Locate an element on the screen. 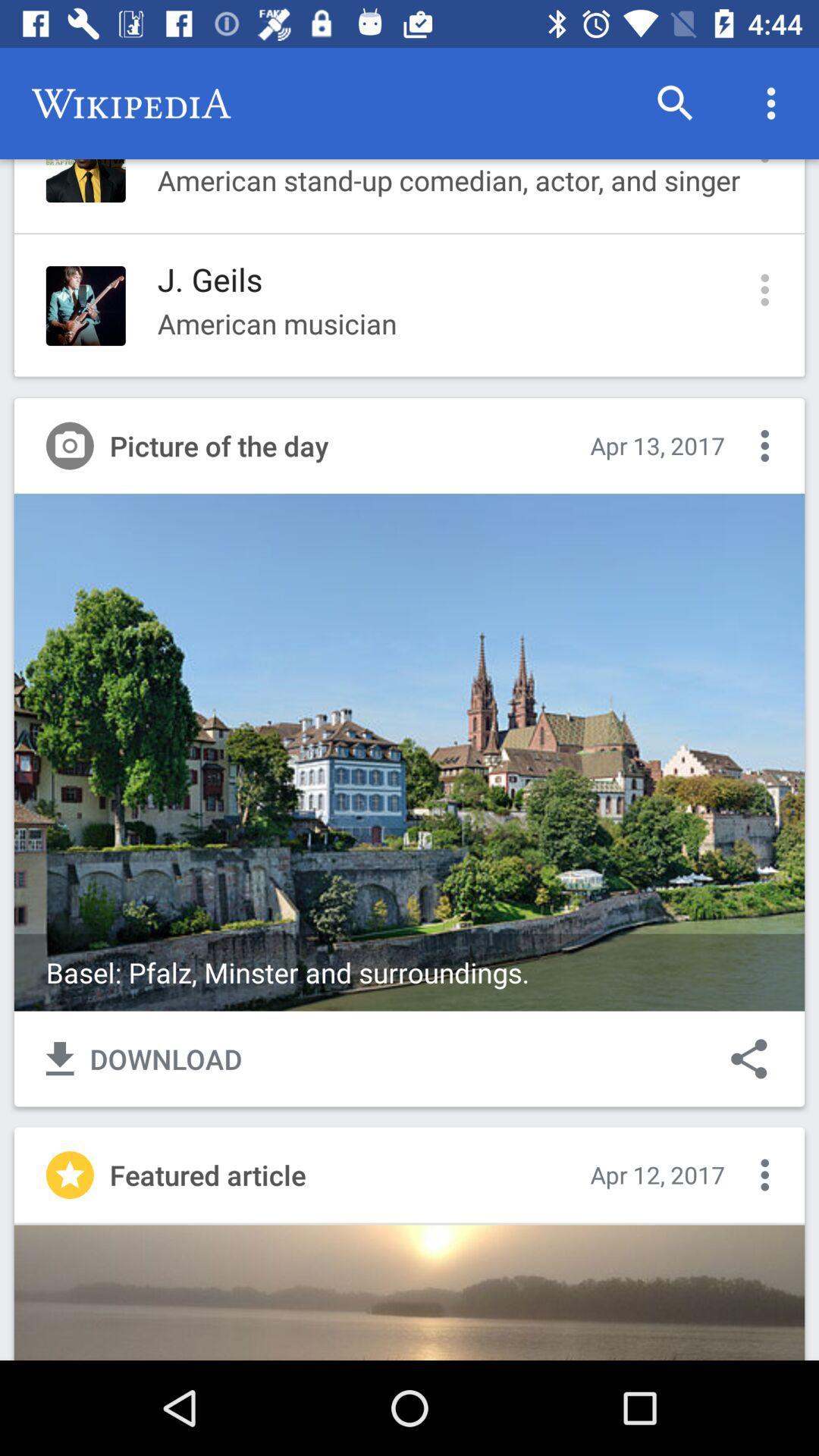 This screenshot has width=819, height=1456. search icon is located at coordinates (675, 103).